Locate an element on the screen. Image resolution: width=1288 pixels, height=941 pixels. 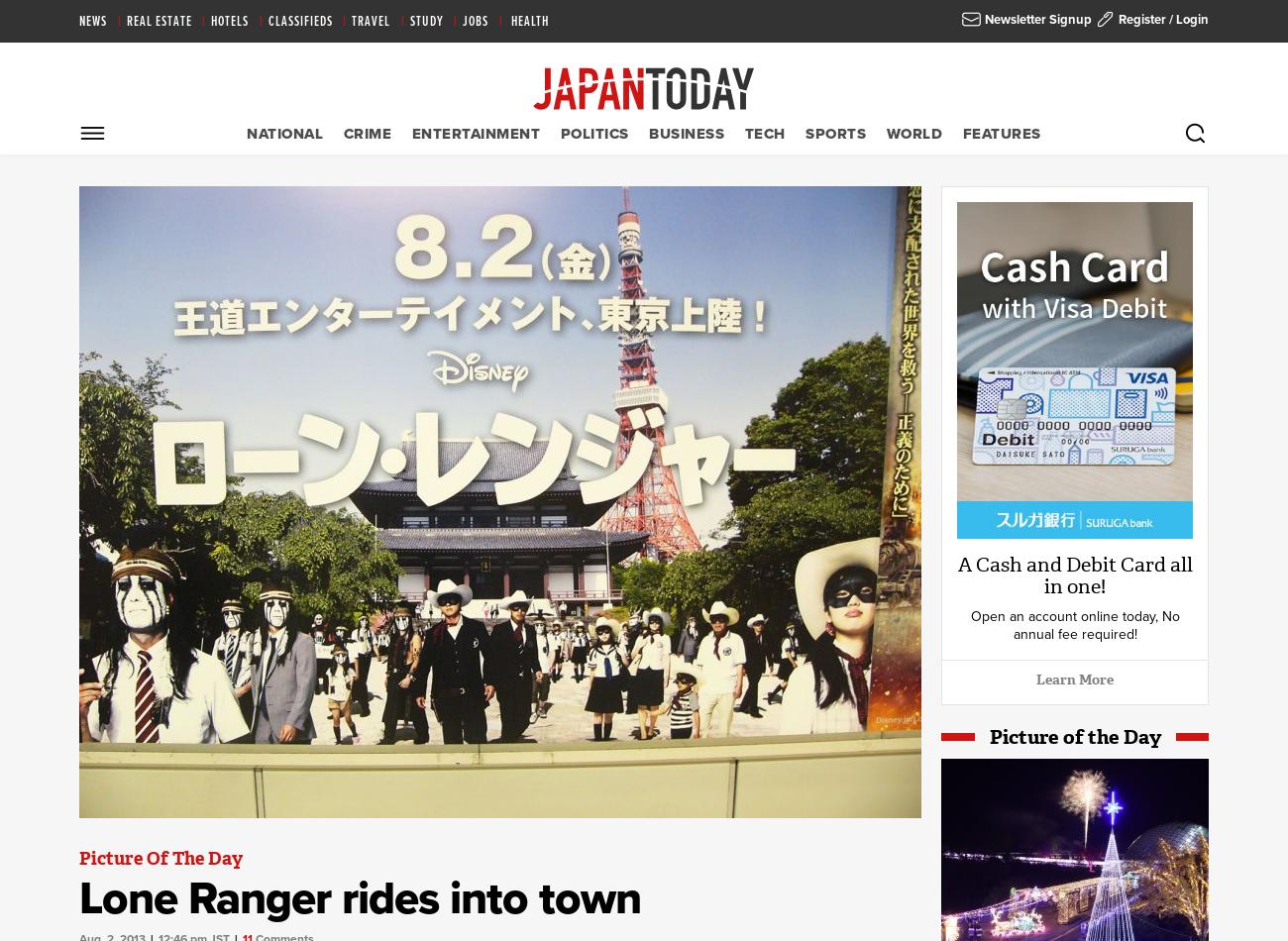
'Politics' is located at coordinates (593, 133).